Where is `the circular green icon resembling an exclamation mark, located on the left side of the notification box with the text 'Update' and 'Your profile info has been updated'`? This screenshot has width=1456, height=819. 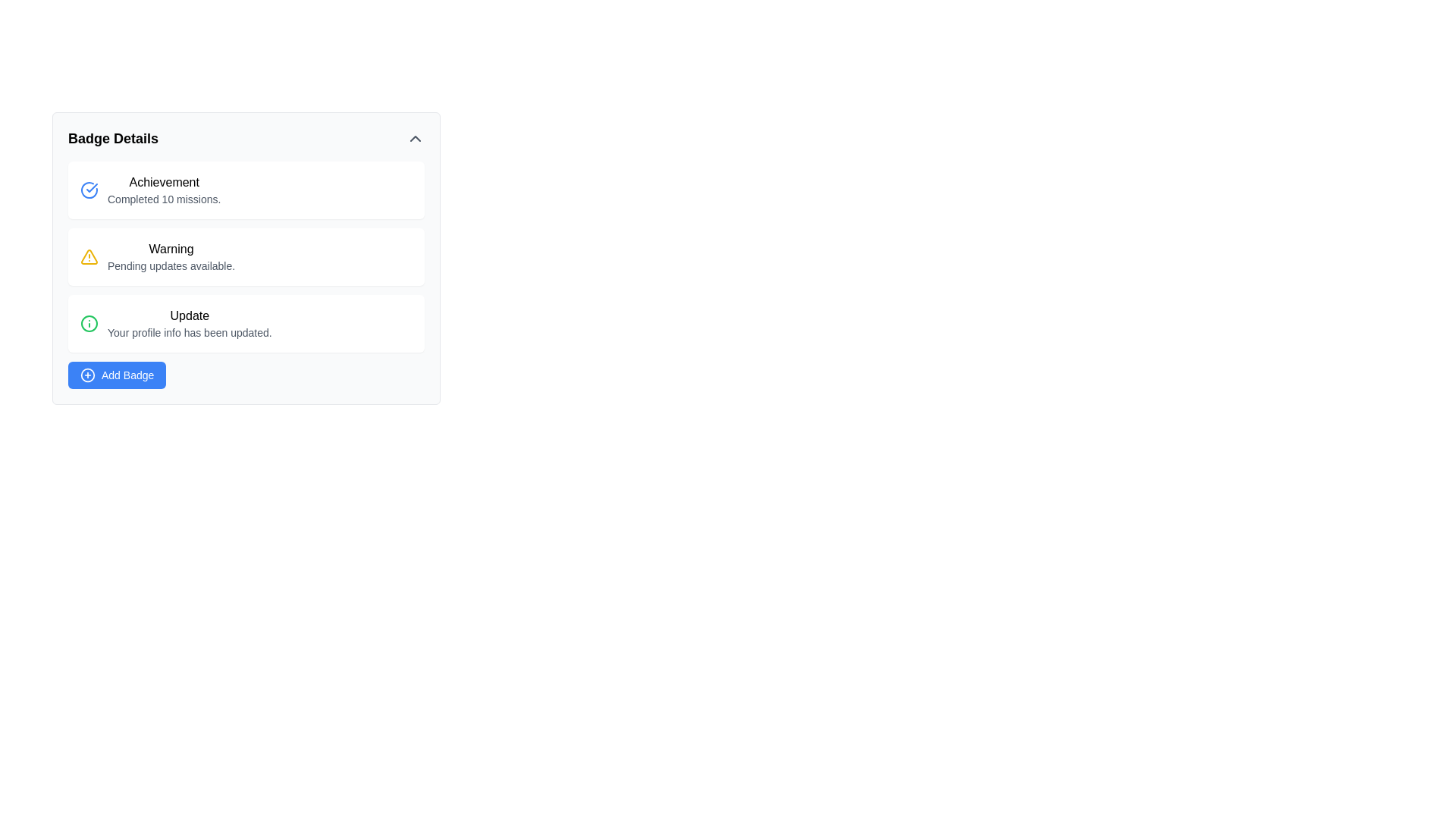
the circular green icon resembling an exclamation mark, located on the left side of the notification box with the text 'Update' and 'Your profile info has been updated' is located at coordinates (89, 323).